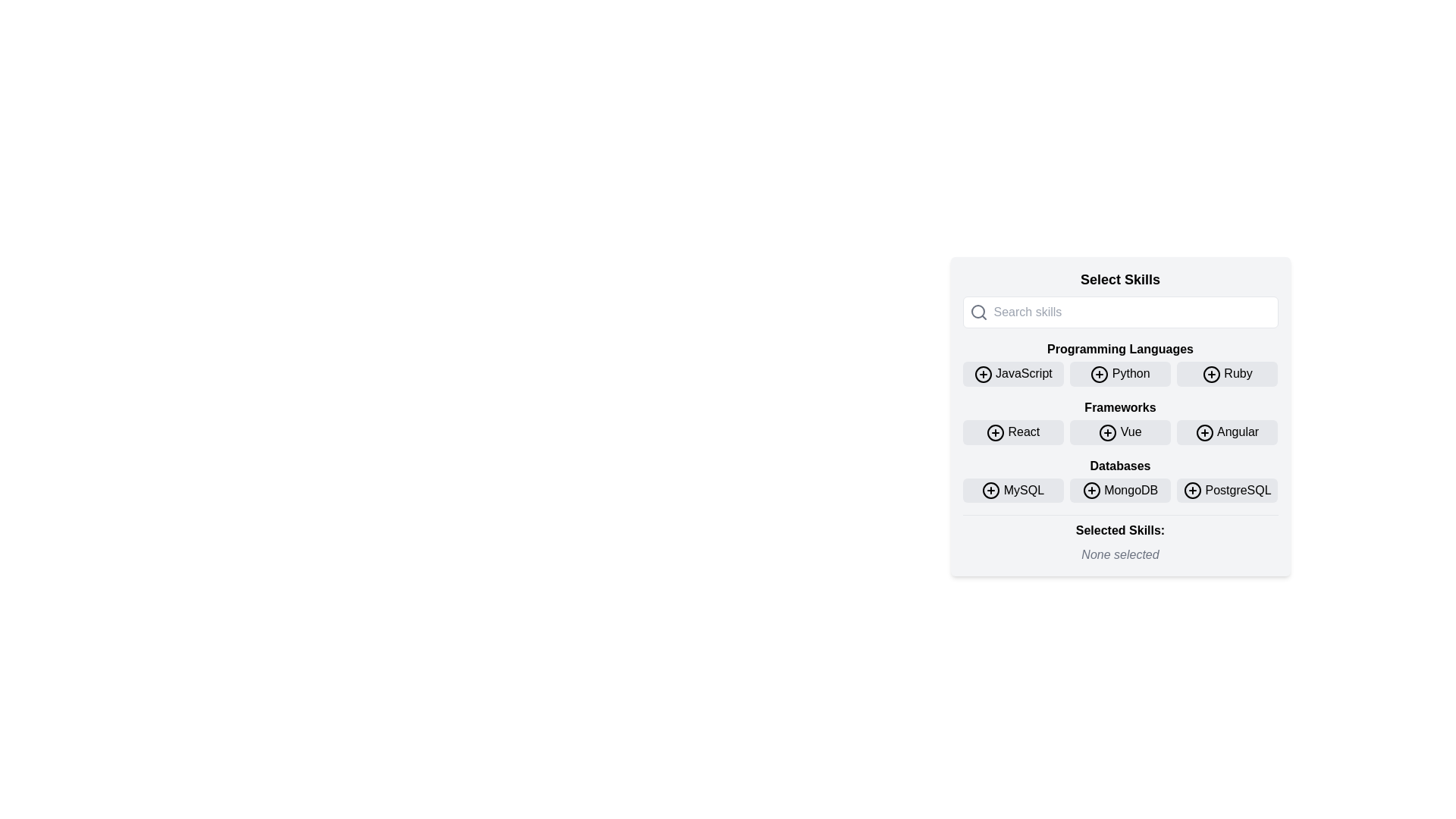 The image size is (1456, 819). I want to click on the circular icon button with a plus sign located on the left side of the 'React' button in the 'Select Skills' section, so click(996, 432).